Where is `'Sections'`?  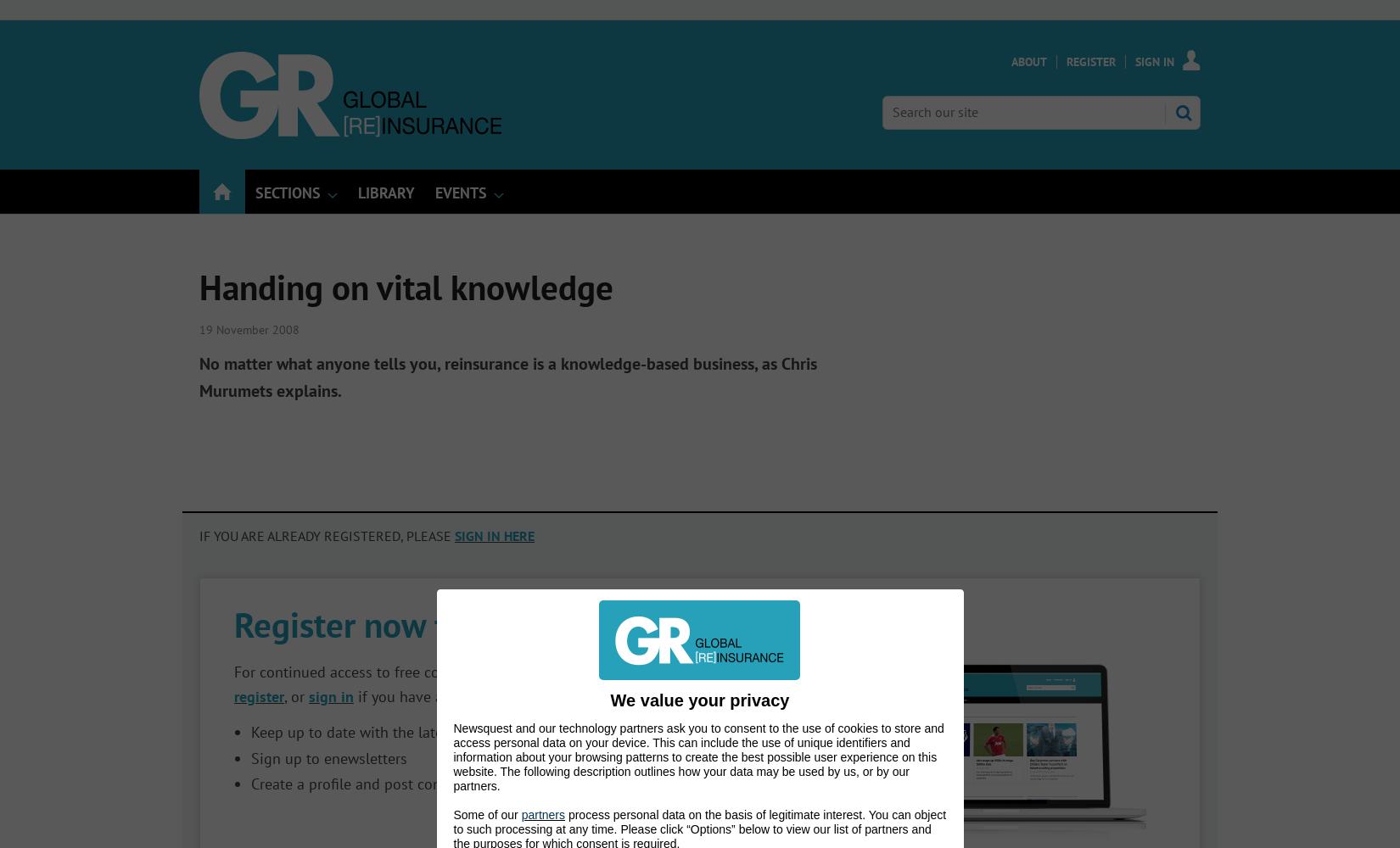 'Sections' is located at coordinates (288, 192).